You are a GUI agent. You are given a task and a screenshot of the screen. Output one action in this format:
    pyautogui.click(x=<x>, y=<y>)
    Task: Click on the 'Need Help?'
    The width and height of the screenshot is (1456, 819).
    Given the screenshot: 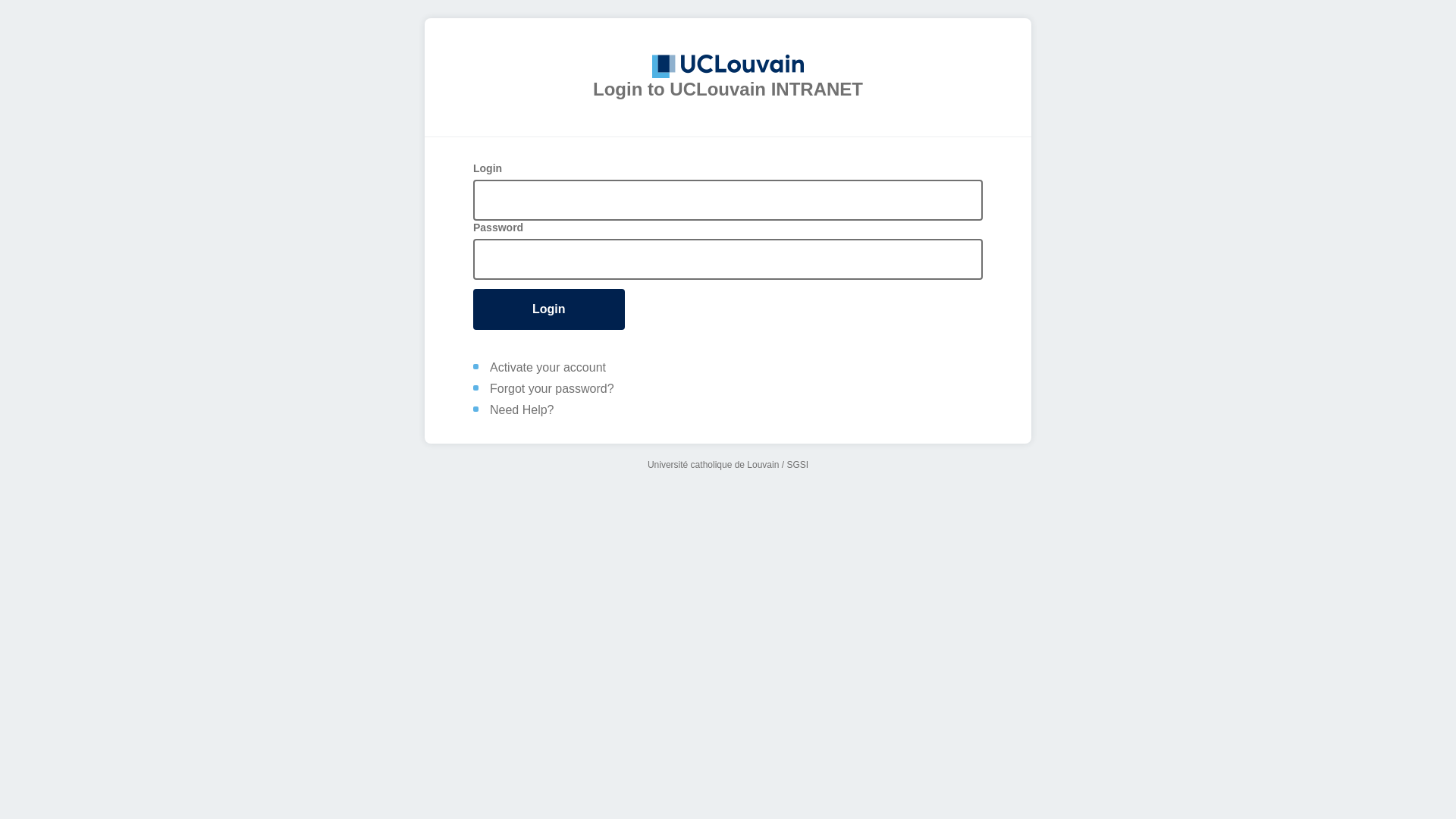 What is the action you would take?
    pyautogui.click(x=522, y=409)
    